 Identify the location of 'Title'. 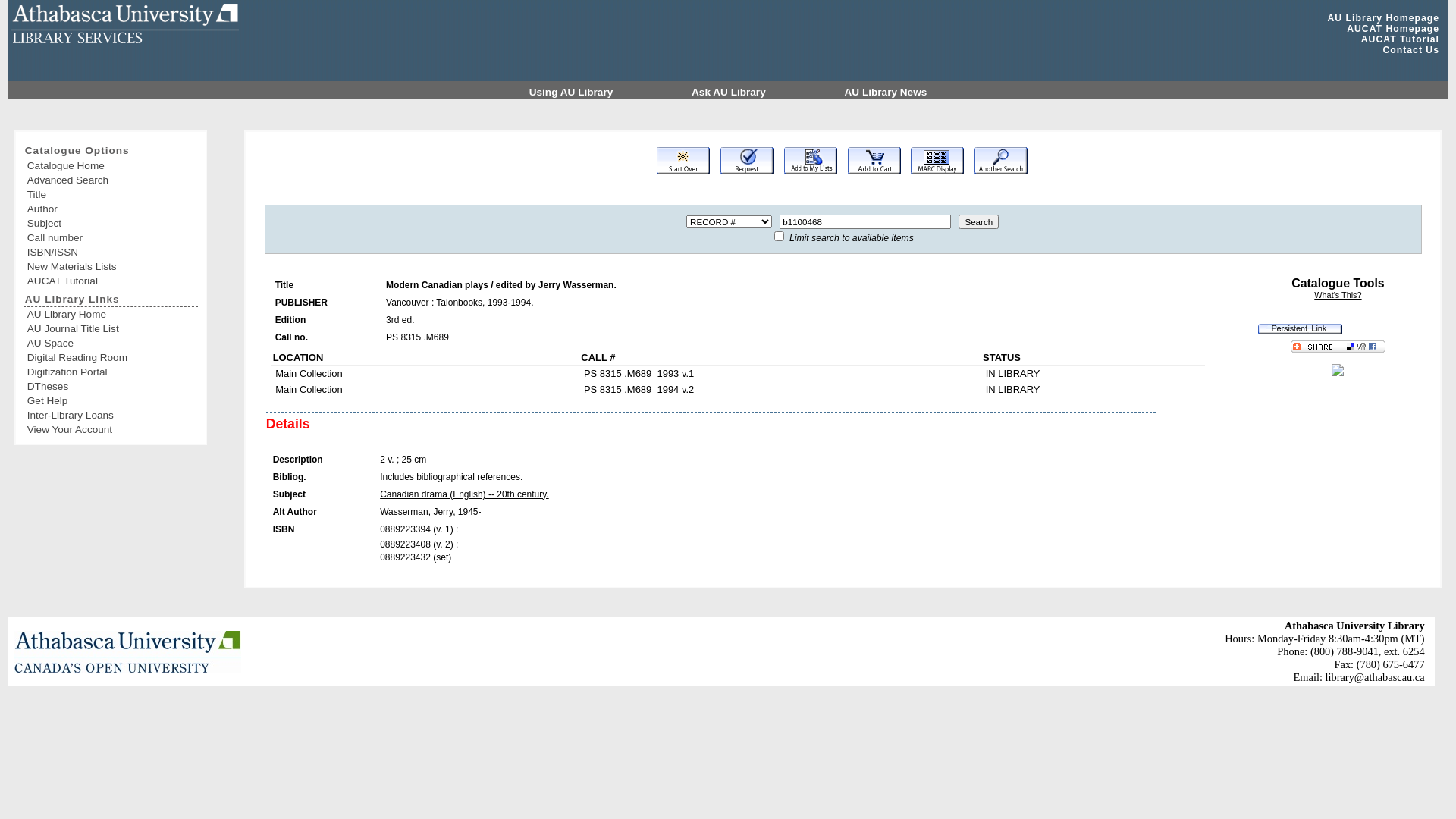
(111, 193).